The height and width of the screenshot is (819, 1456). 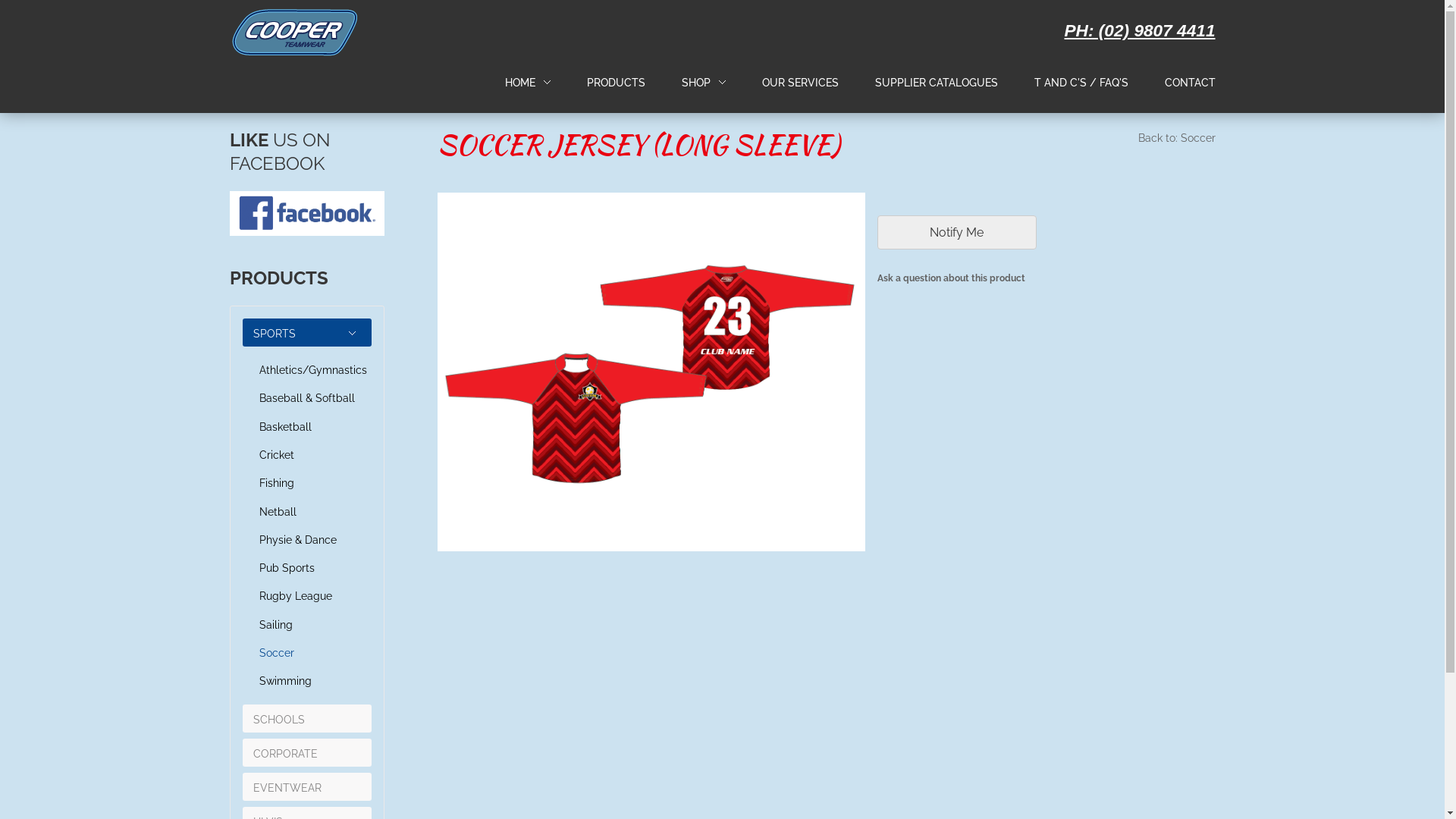 I want to click on 'PRODUCTS', so click(x=616, y=82).